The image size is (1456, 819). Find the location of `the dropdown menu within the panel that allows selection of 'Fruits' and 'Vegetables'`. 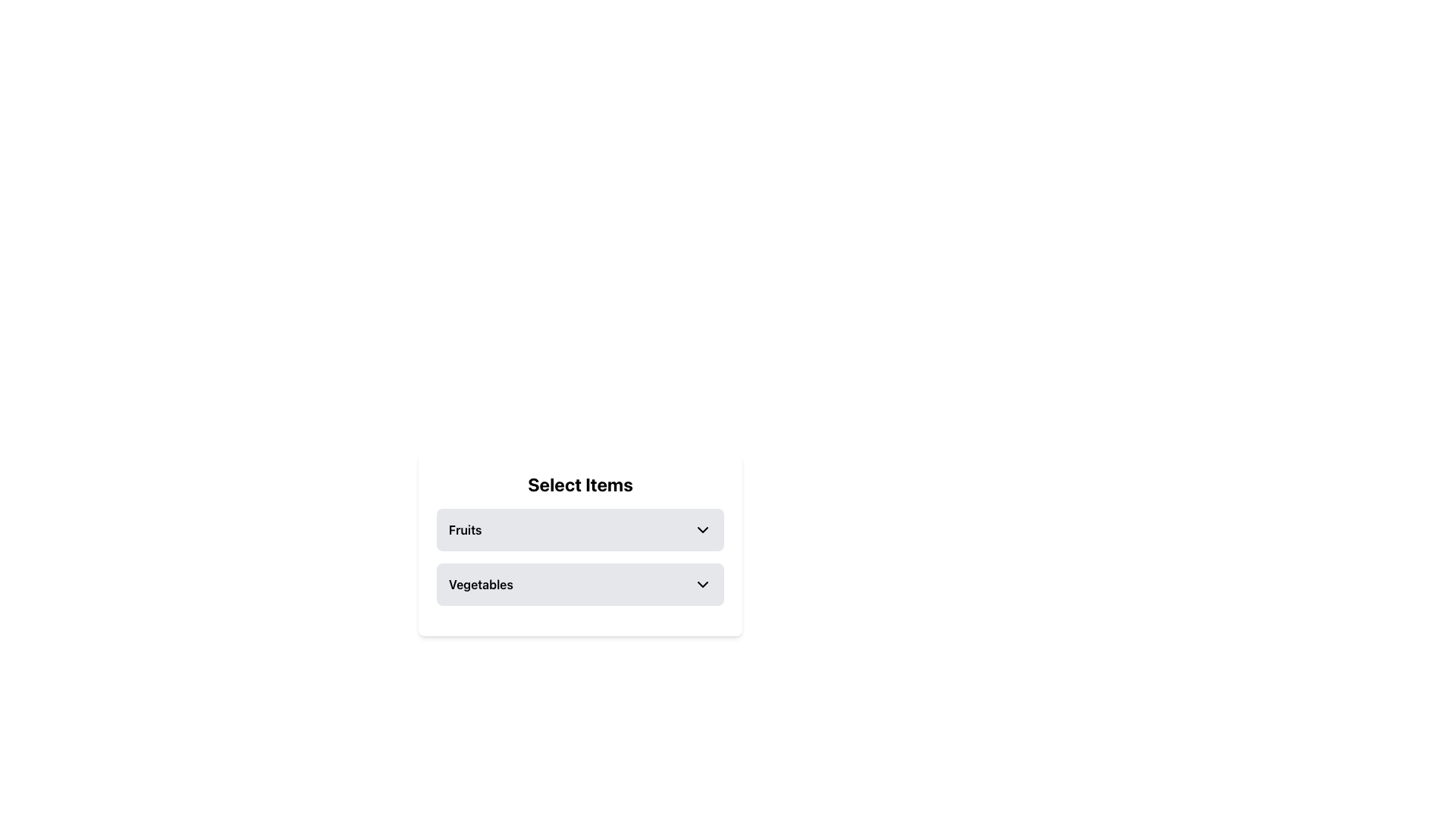

the dropdown menu within the panel that allows selection of 'Fruits' and 'Vegetables' is located at coordinates (579, 544).